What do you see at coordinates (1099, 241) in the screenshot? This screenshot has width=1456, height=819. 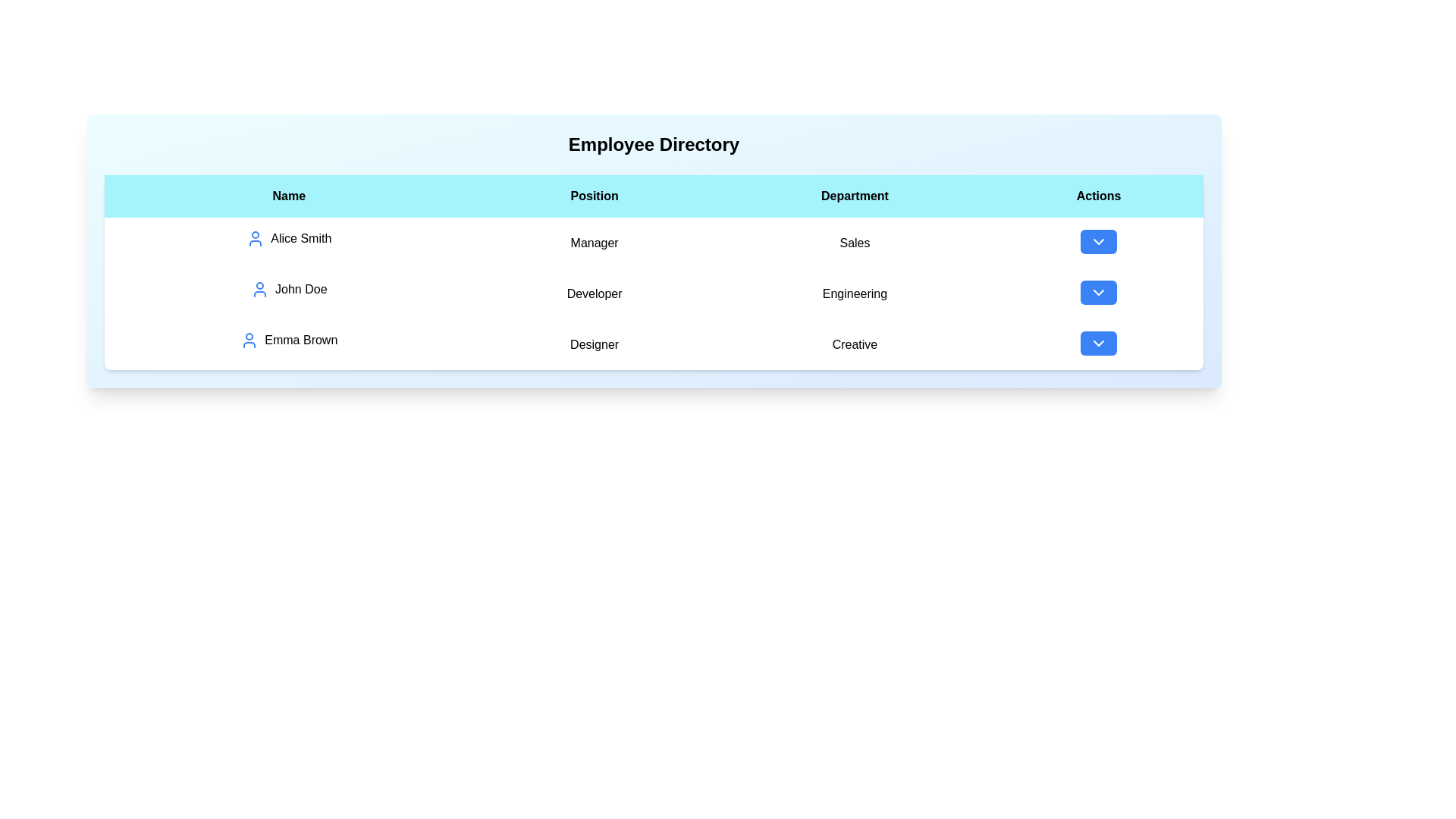 I see `the dropdown trigger button located in the top row of the 'Actions' column, aligned with the 'Sales' department and 'Manager' position` at bounding box center [1099, 241].